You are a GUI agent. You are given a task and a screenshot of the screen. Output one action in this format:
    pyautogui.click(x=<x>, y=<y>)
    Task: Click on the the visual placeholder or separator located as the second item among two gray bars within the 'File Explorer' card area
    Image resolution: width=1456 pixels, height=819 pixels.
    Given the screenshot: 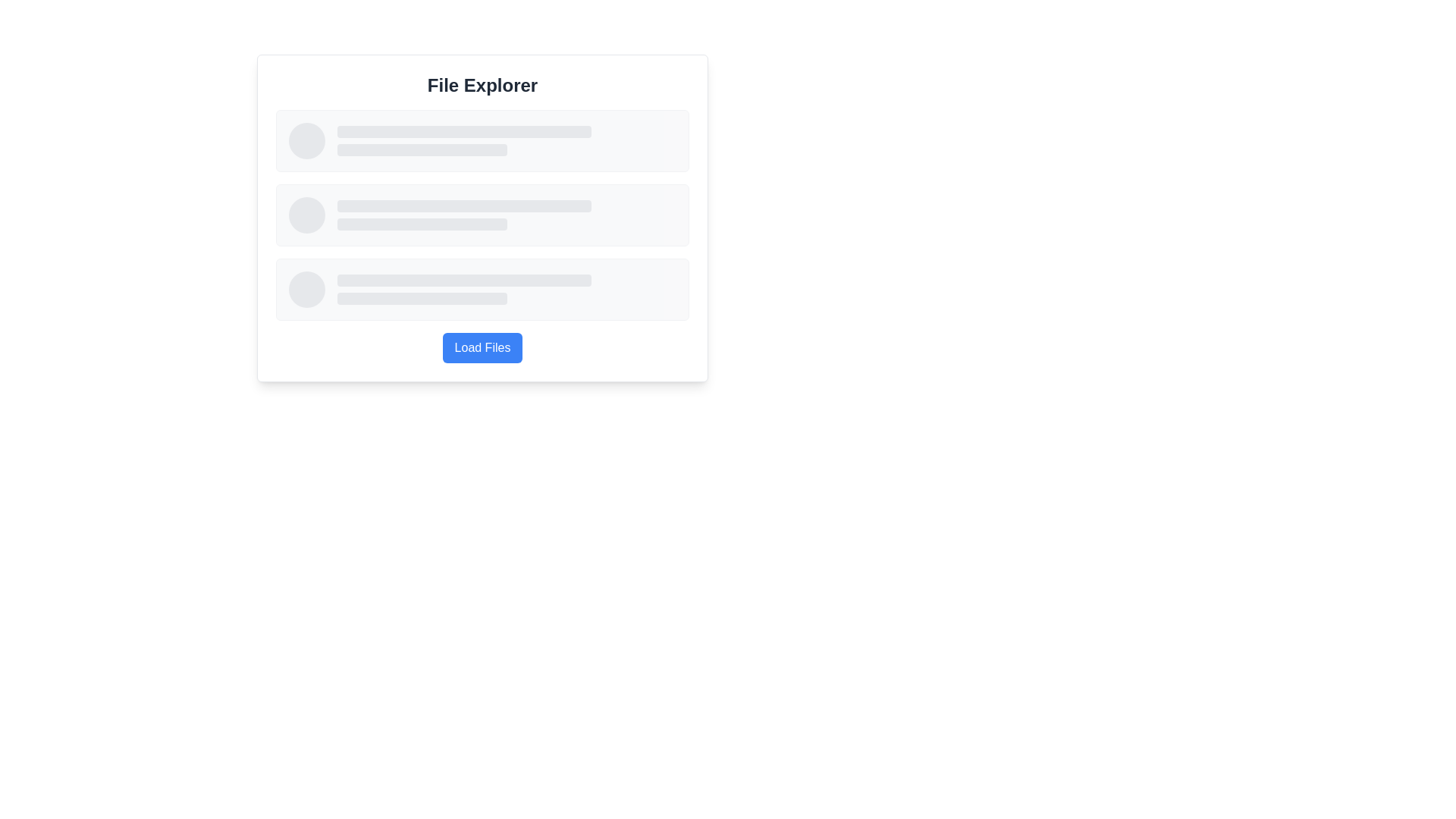 What is the action you would take?
    pyautogui.click(x=422, y=298)
    